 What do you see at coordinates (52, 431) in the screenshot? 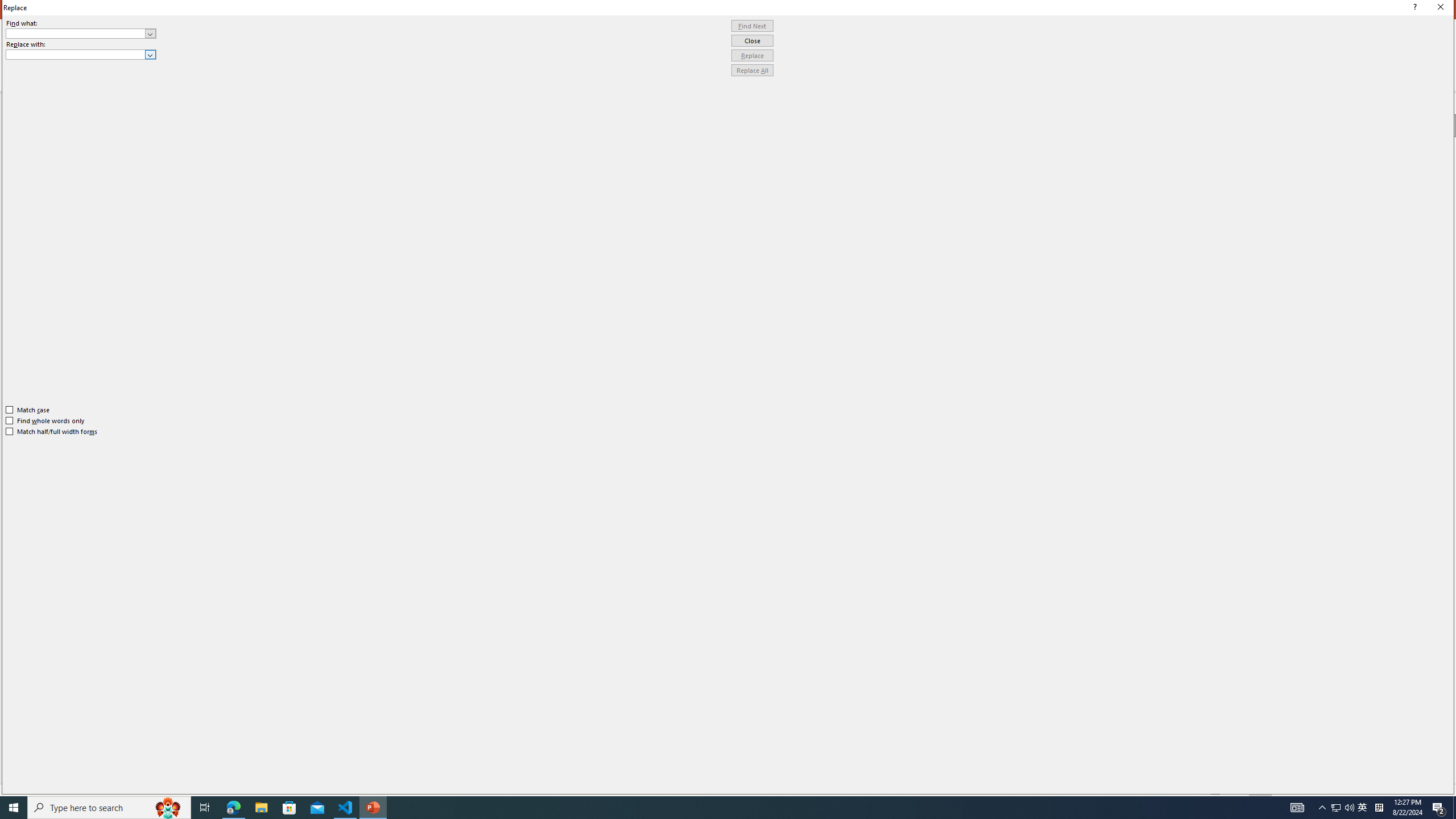
I see `'Match half/full width forms'` at bounding box center [52, 431].